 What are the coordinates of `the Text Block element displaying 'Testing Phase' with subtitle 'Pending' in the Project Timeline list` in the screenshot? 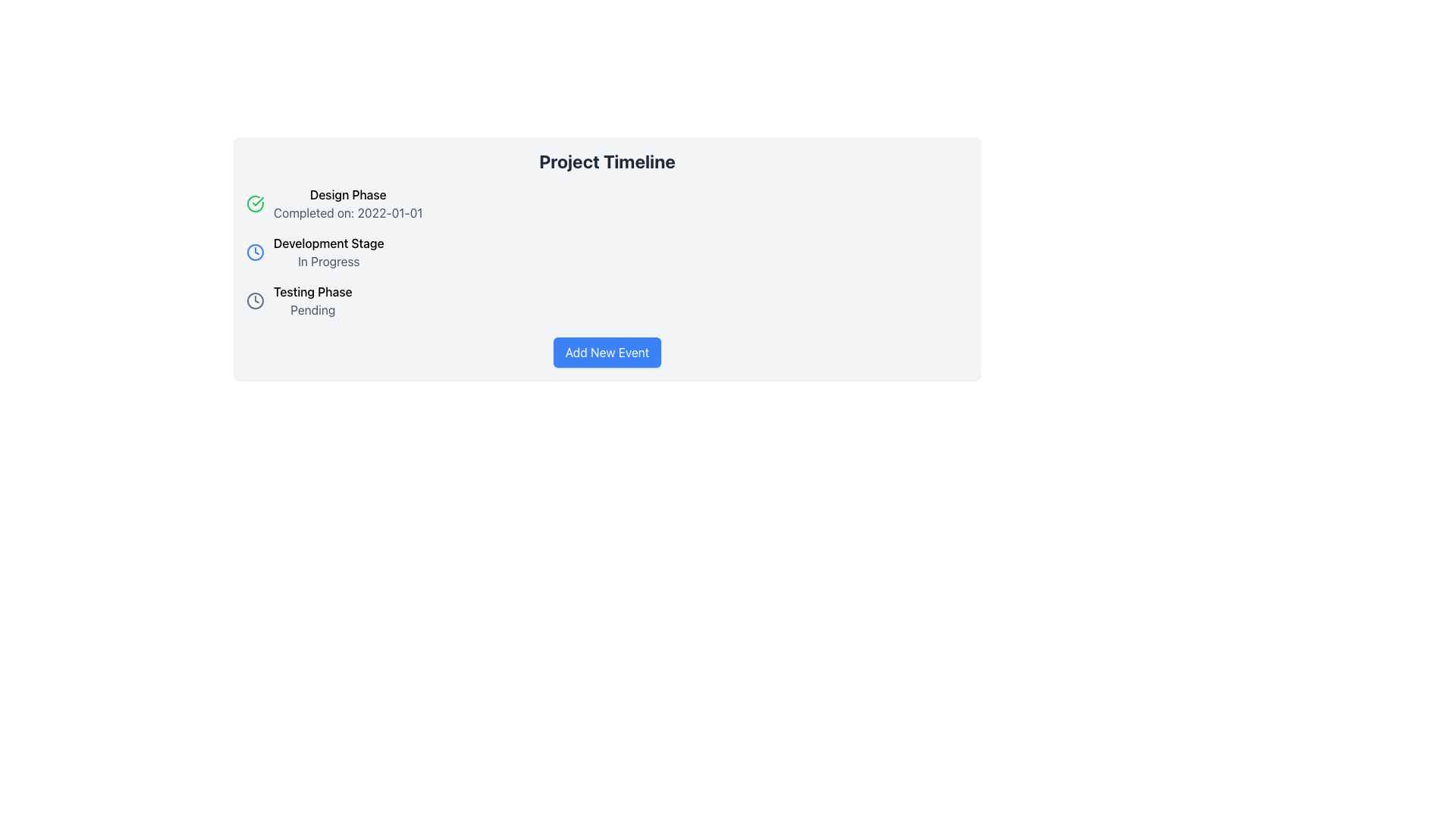 It's located at (312, 301).